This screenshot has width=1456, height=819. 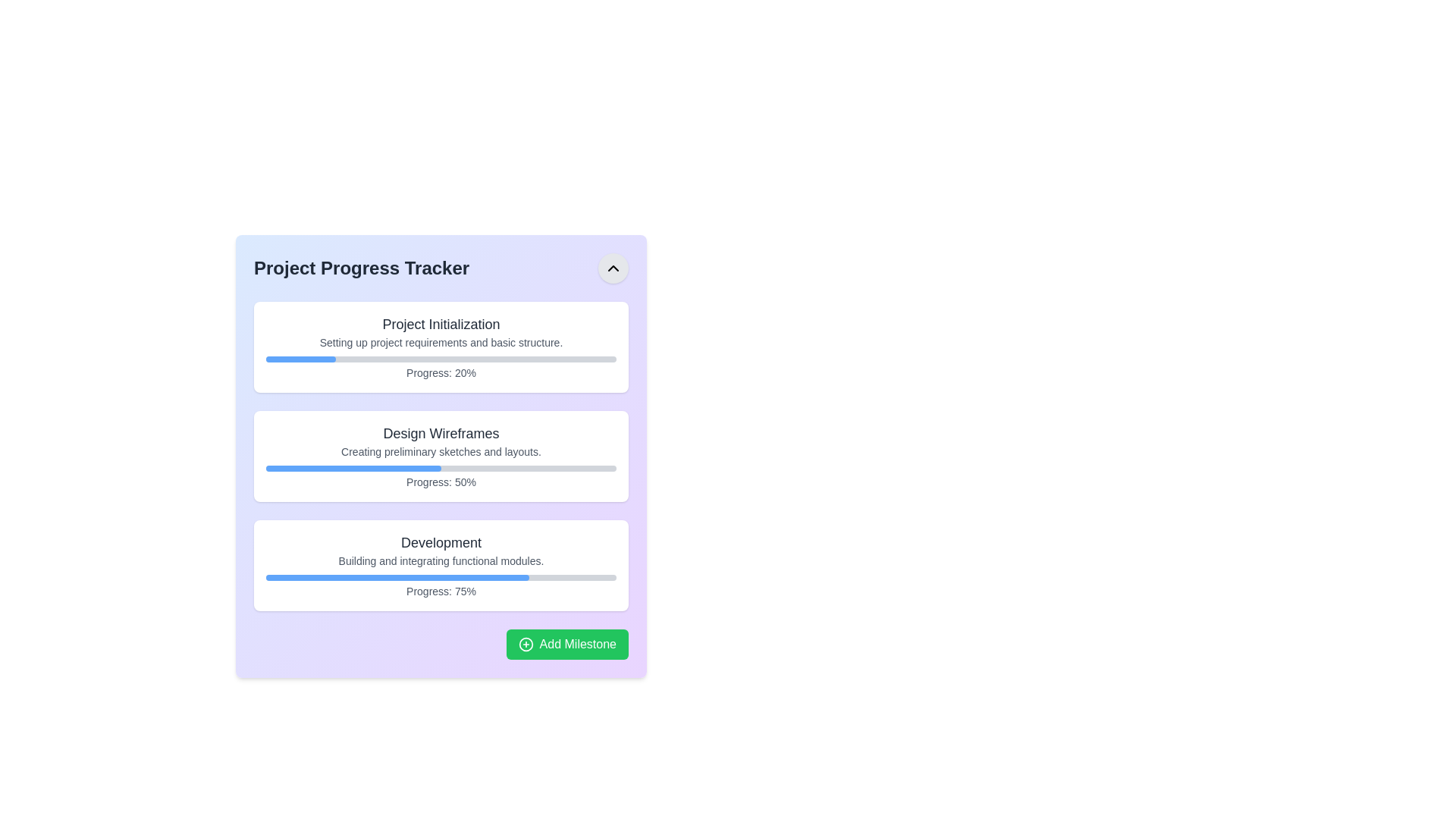 What do you see at coordinates (440, 451) in the screenshot?
I see `the Text label that contains the text "Creating preliminary sketches and layouts." positioned below the header "Design Wireframes."` at bounding box center [440, 451].